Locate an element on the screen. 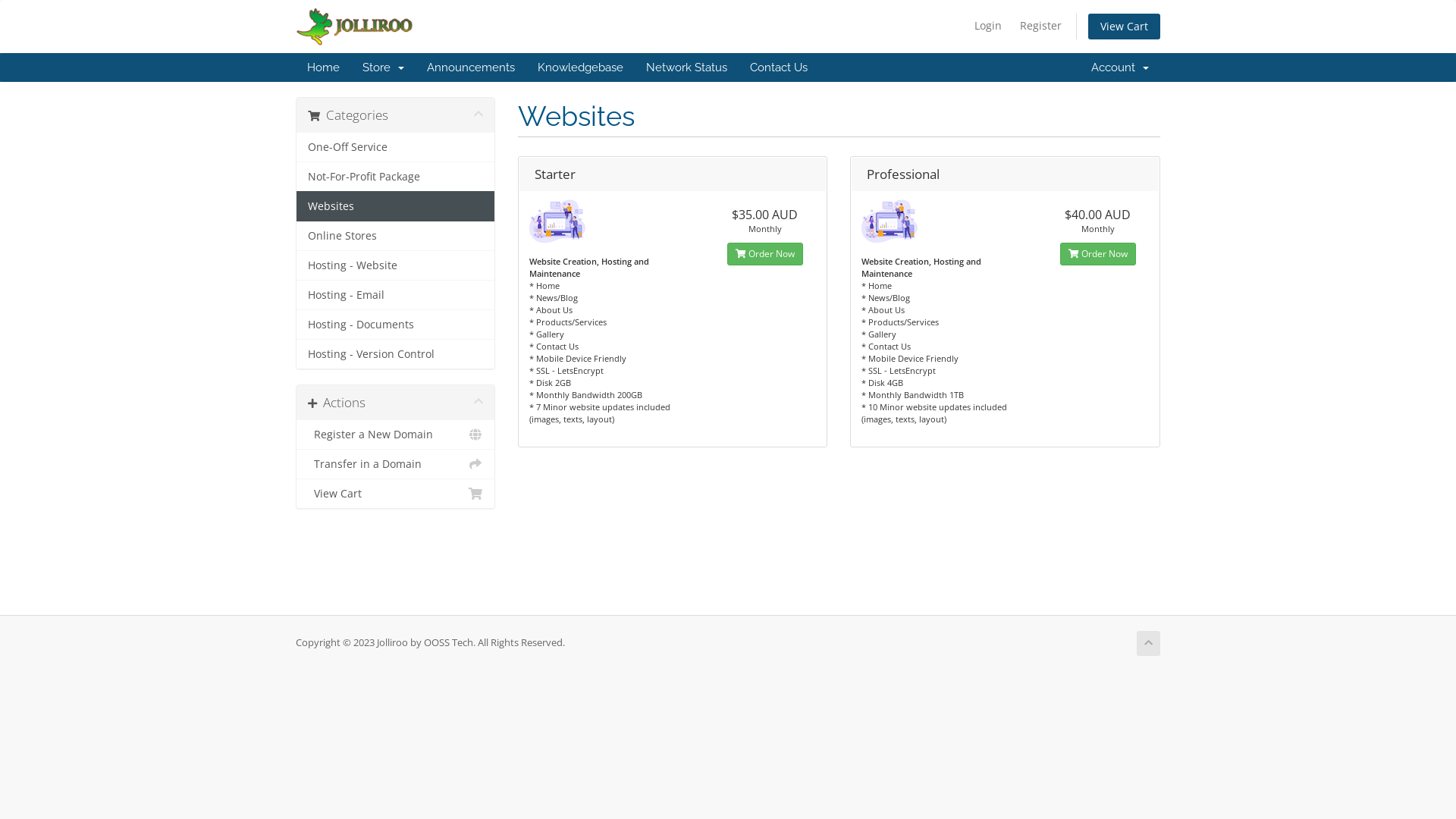  'Hosting - Email' is located at coordinates (395, 295).